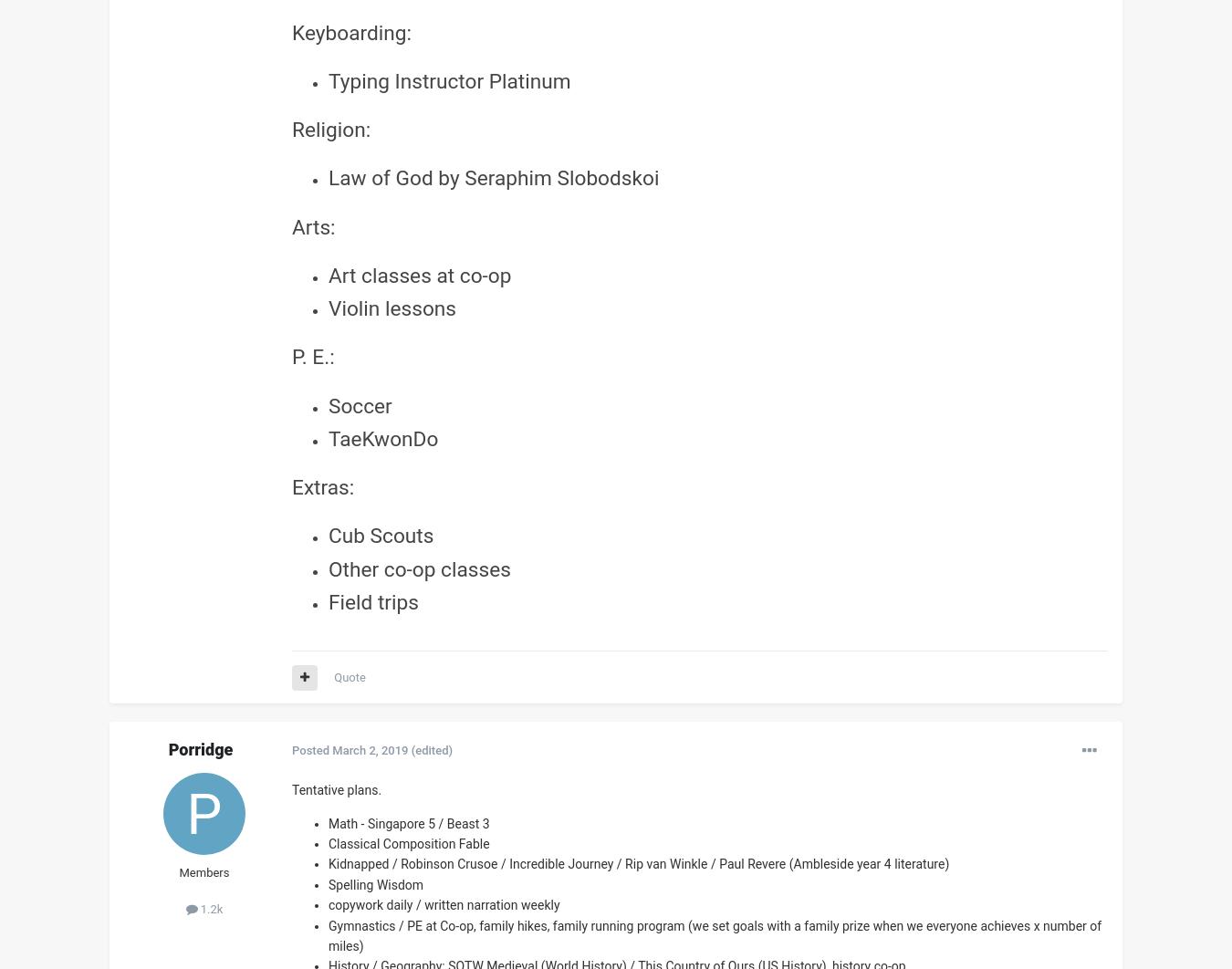 Image resolution: width=1232 pixels, height=969 pixels. What do you see at coordinates (381, 536) in the screenshot?
I see `'Cub Scouts'` at bounding box center [381, 536].